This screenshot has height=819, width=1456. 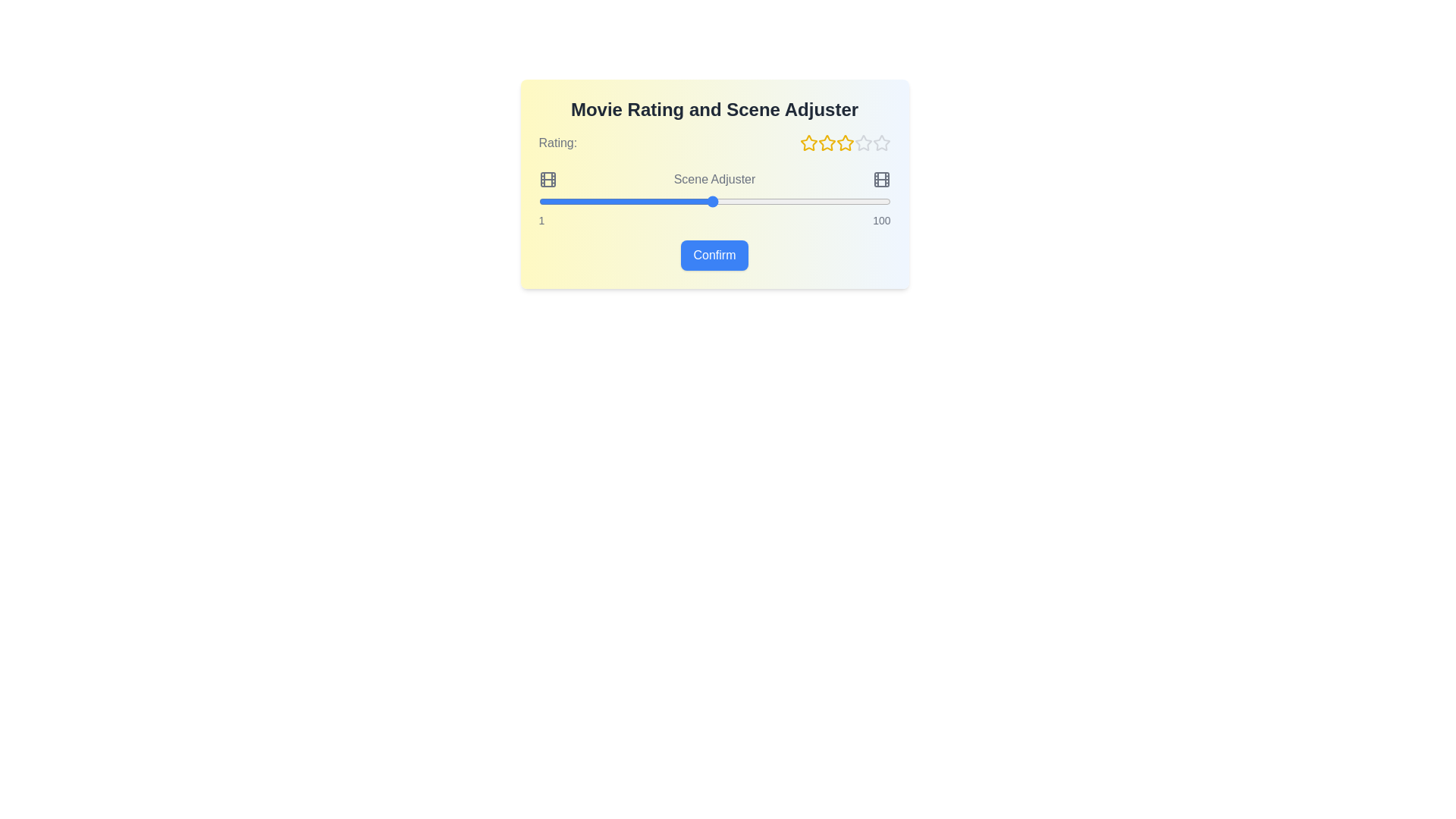 What do you see at coordinates (797, 201) in the screenshot?
I see `the scene slider to 74` at bounding box center [797, 201].